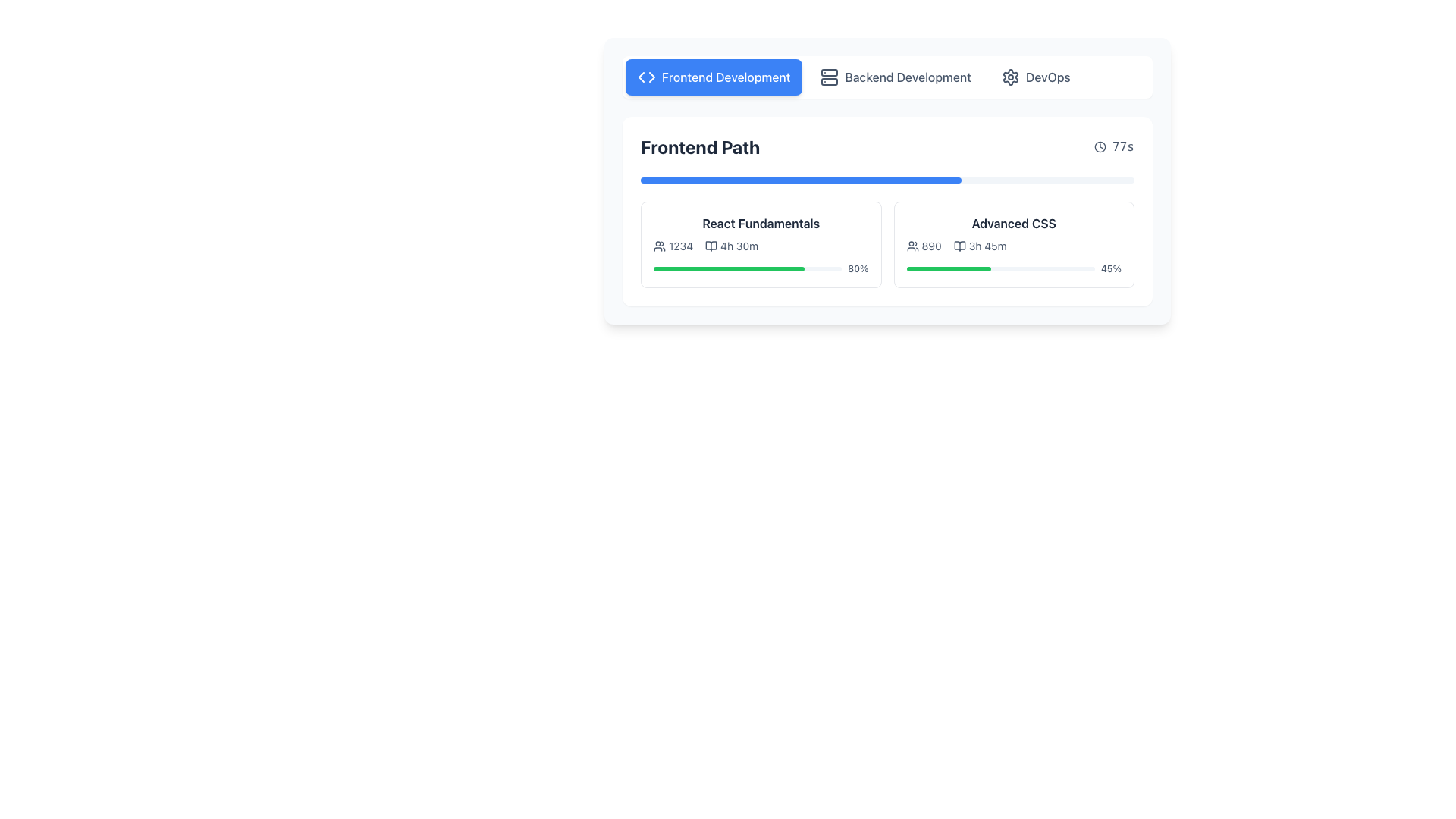  What do you see at coordinates (1035, 77) in the screenshot?
I see `the 'DevOps' button, which is a clickable button with a settings icon and labeled 'DevOps', to trigger its hover effect` at bounding box center [1035, 77].